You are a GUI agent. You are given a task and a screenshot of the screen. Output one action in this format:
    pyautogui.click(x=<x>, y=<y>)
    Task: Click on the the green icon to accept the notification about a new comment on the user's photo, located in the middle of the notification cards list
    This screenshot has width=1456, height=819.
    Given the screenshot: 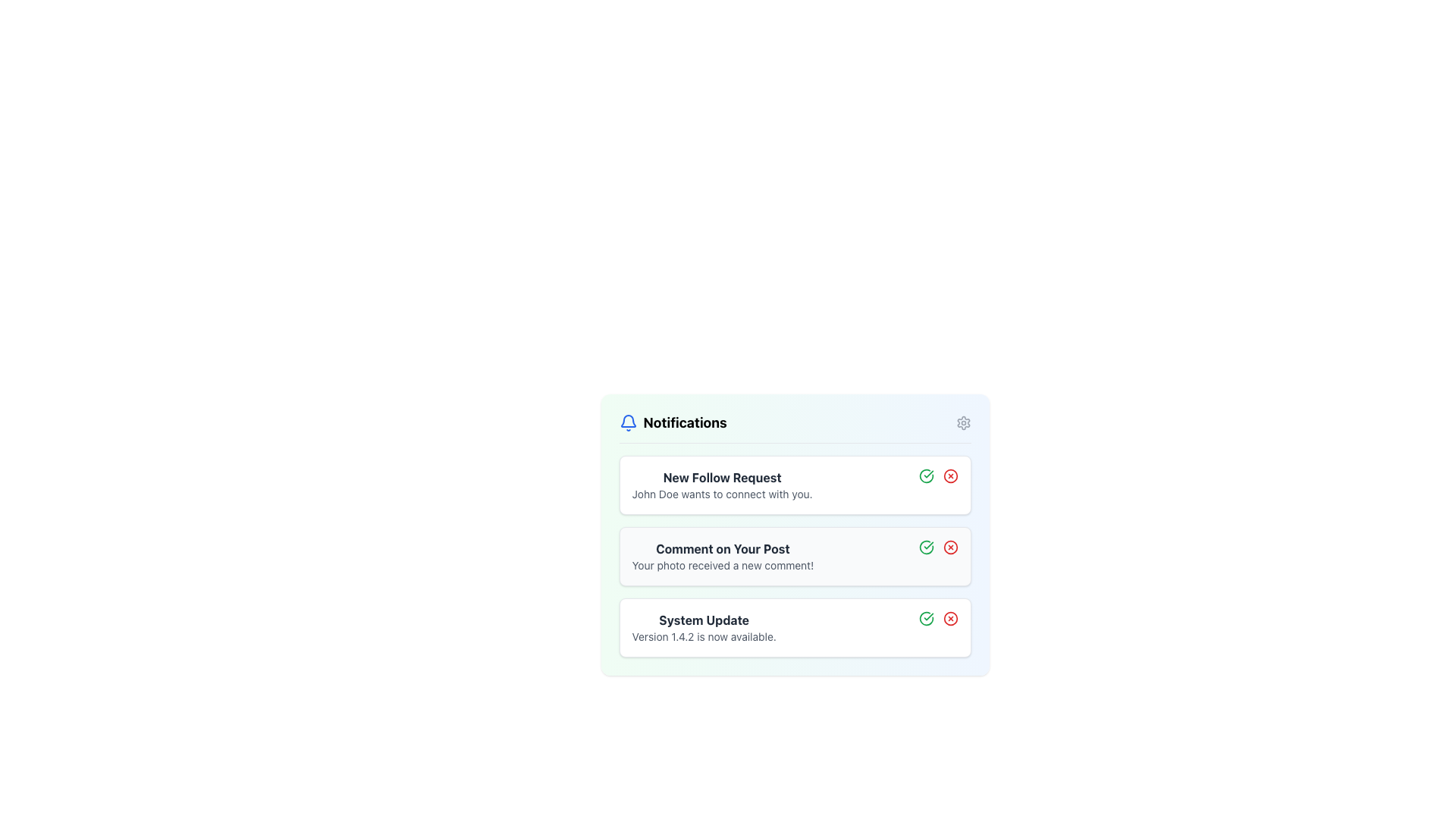 What is the action you would take?
    pyautogui.click(x=794, y=556)
    